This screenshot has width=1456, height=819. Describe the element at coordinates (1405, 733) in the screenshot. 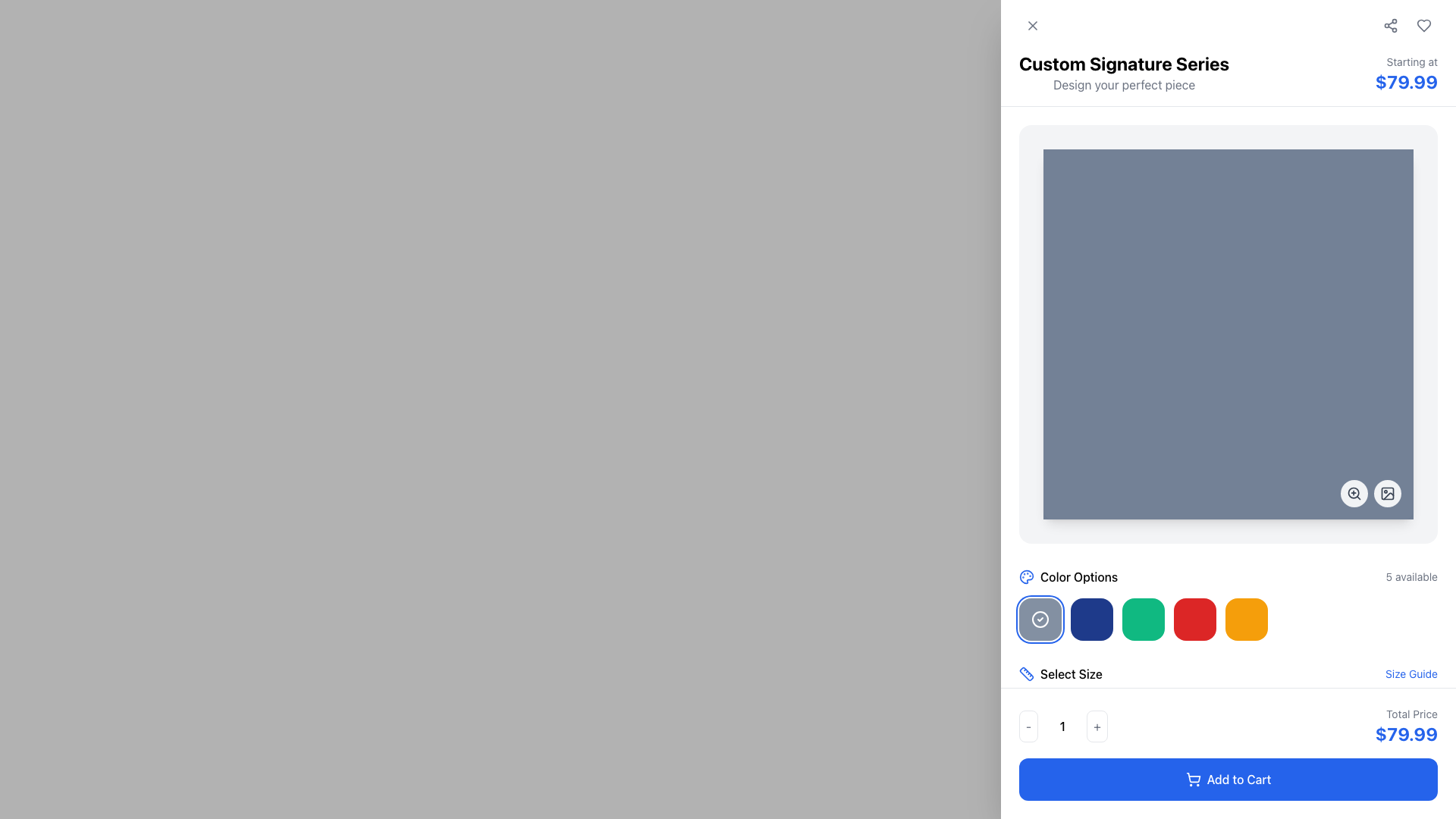

I see `the text element displaying the price '$79.99' located at the bottom-right corner of the interface under the 'Total Price' label to highlight its content` at that location.